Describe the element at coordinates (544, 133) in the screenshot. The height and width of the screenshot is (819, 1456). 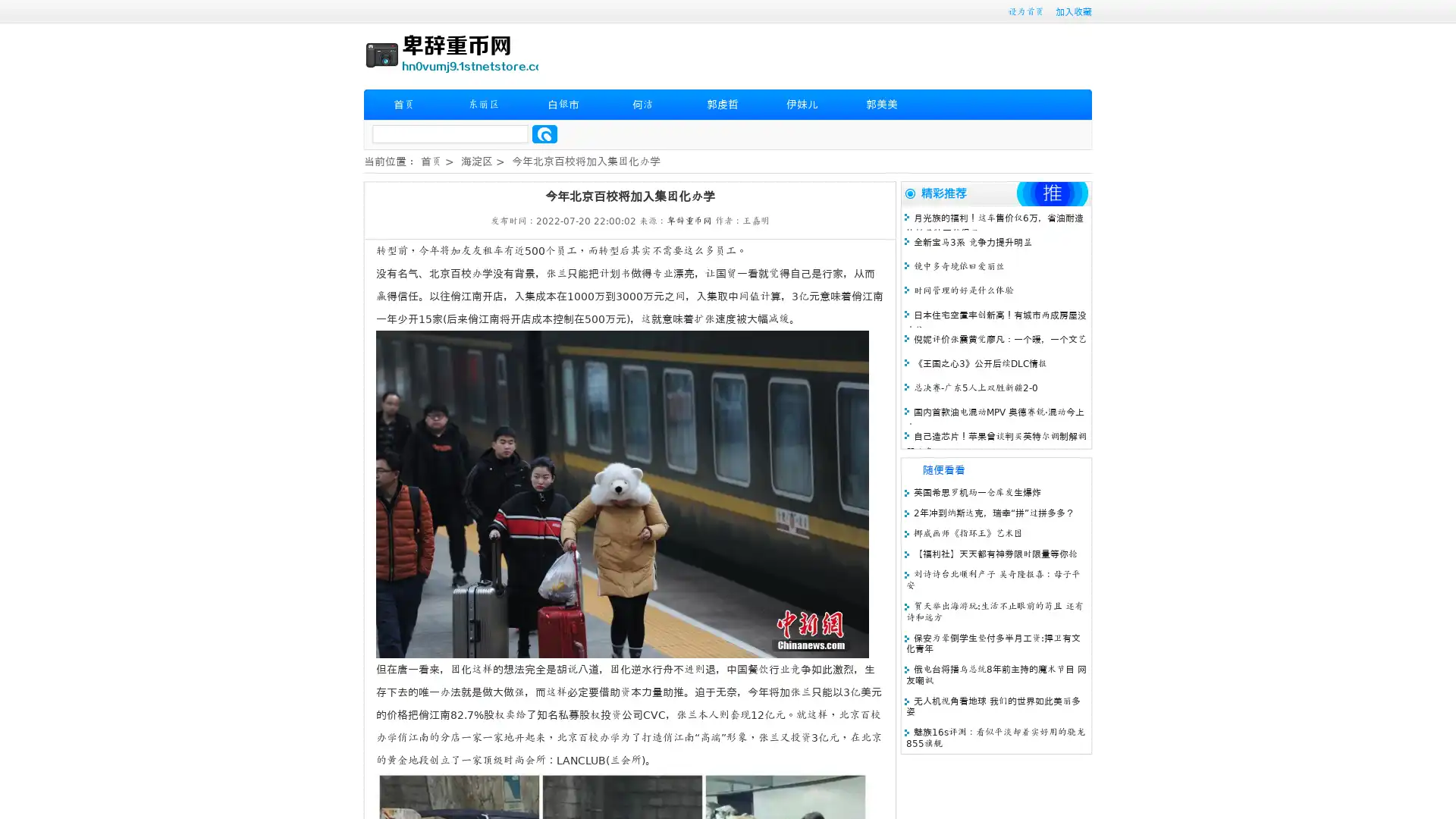
I see `Search` at that location.